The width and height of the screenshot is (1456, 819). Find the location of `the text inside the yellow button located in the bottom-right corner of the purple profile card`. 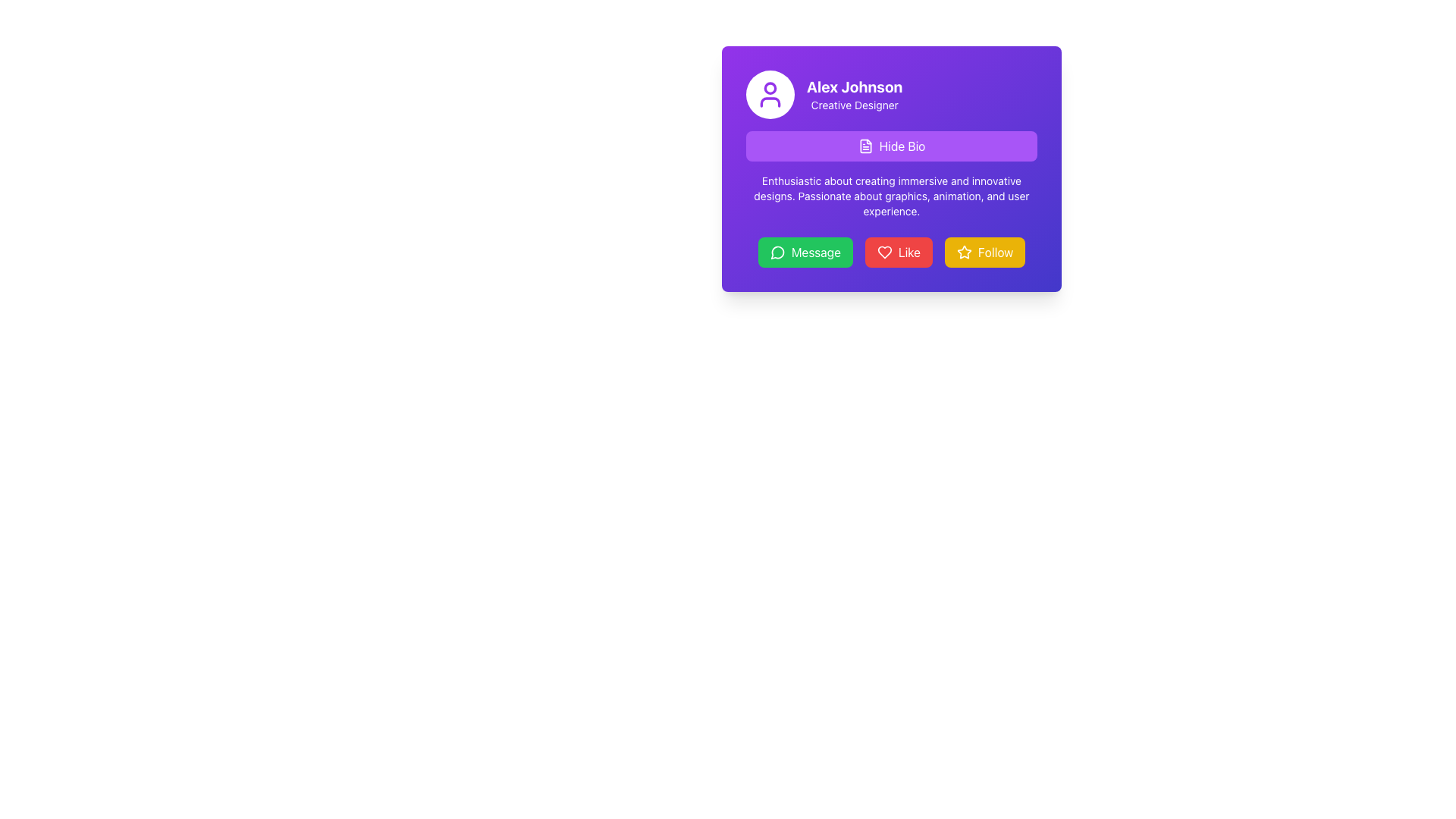

the text inside the yellow button located in the bottom-right corner of the purple profile card is located at coordinates (996, 251).